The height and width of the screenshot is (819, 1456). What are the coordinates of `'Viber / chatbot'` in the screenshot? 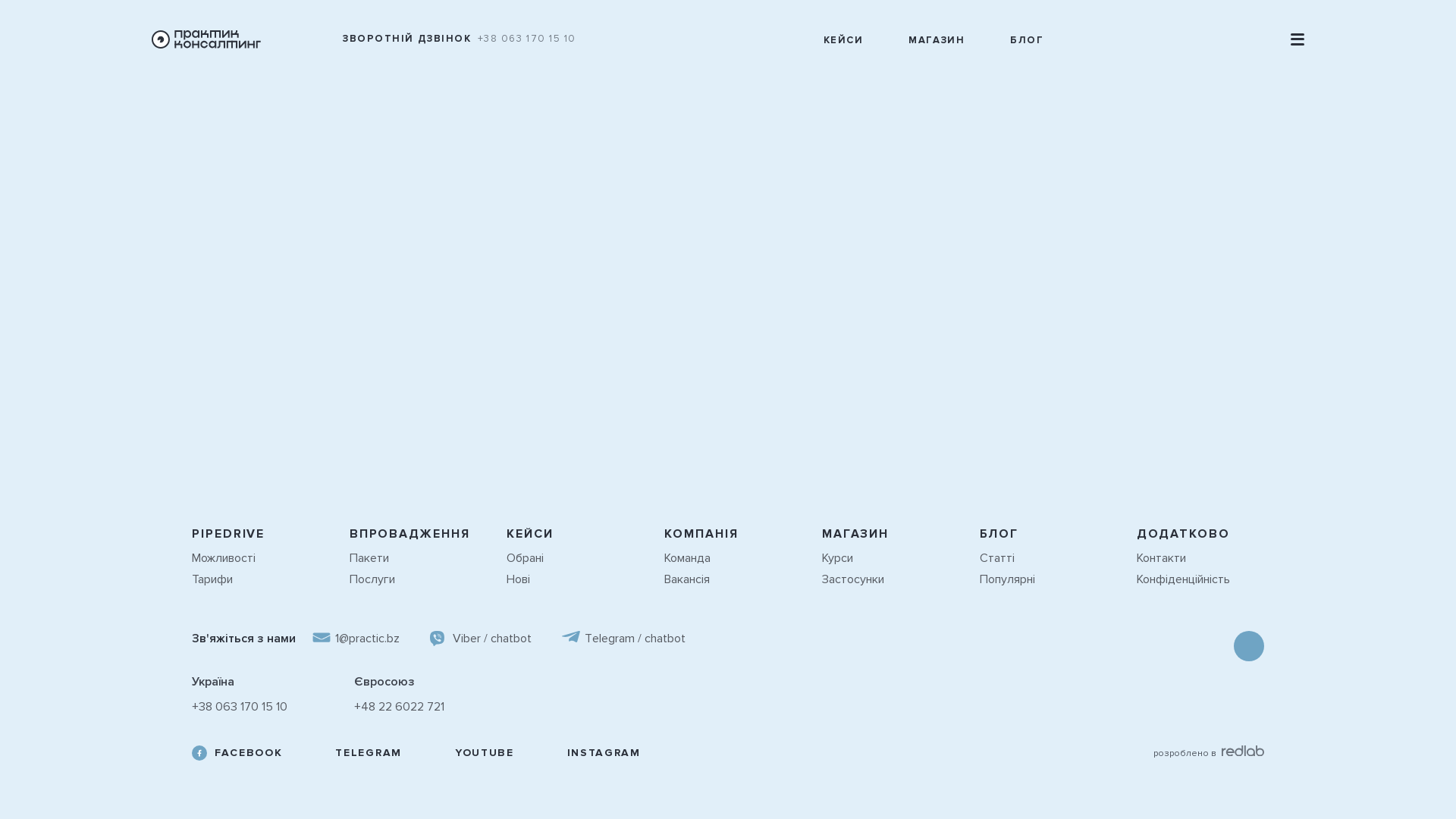 It's located at (479, 639).